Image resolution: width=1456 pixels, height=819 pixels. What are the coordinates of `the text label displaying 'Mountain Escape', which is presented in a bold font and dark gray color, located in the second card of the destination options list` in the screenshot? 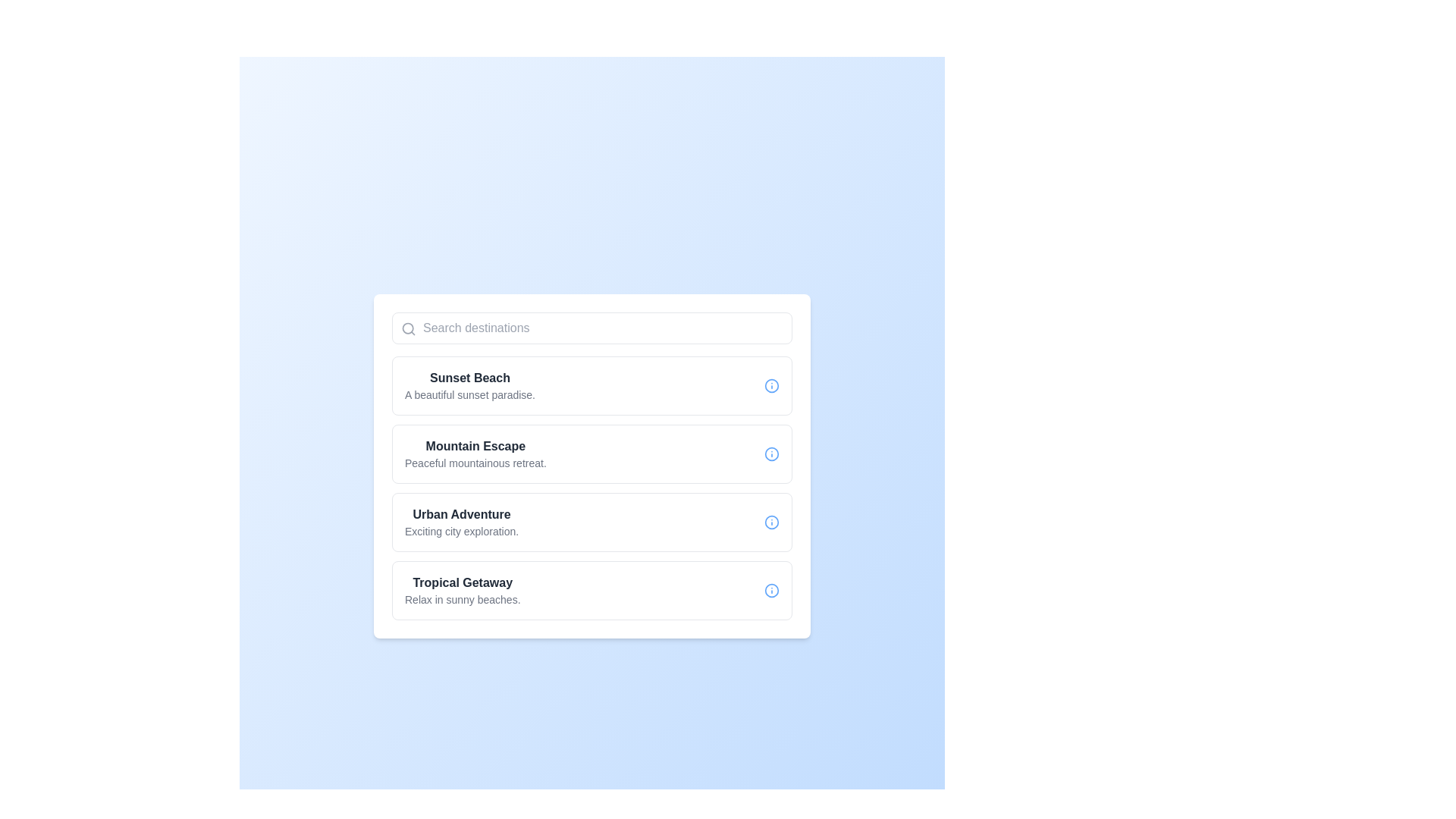 It's located at (475, 446).